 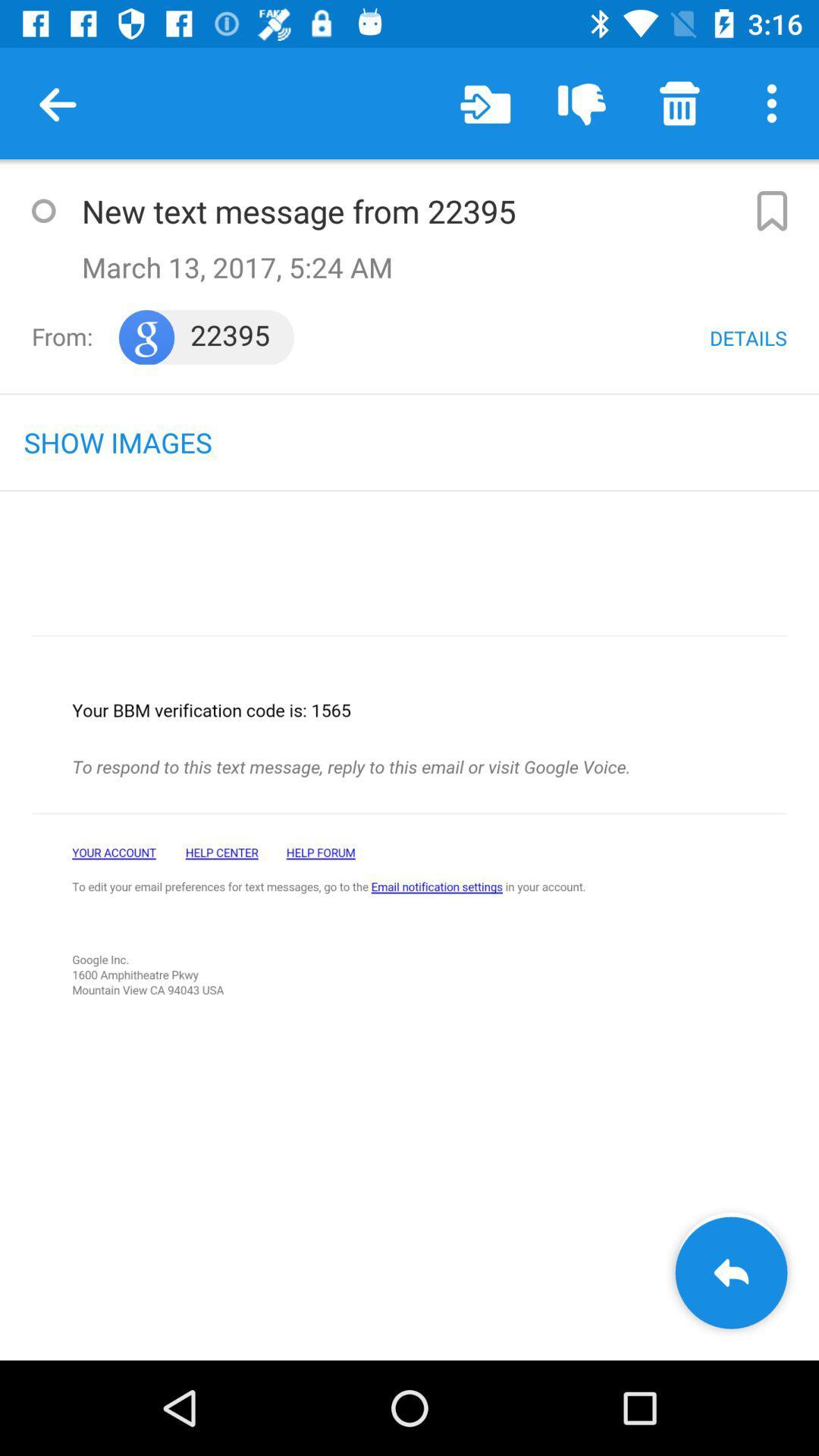 What do you see at coordinates (771, 210) in the screenshot?
I see `to make bookmark` at bounding box center [771, 210].